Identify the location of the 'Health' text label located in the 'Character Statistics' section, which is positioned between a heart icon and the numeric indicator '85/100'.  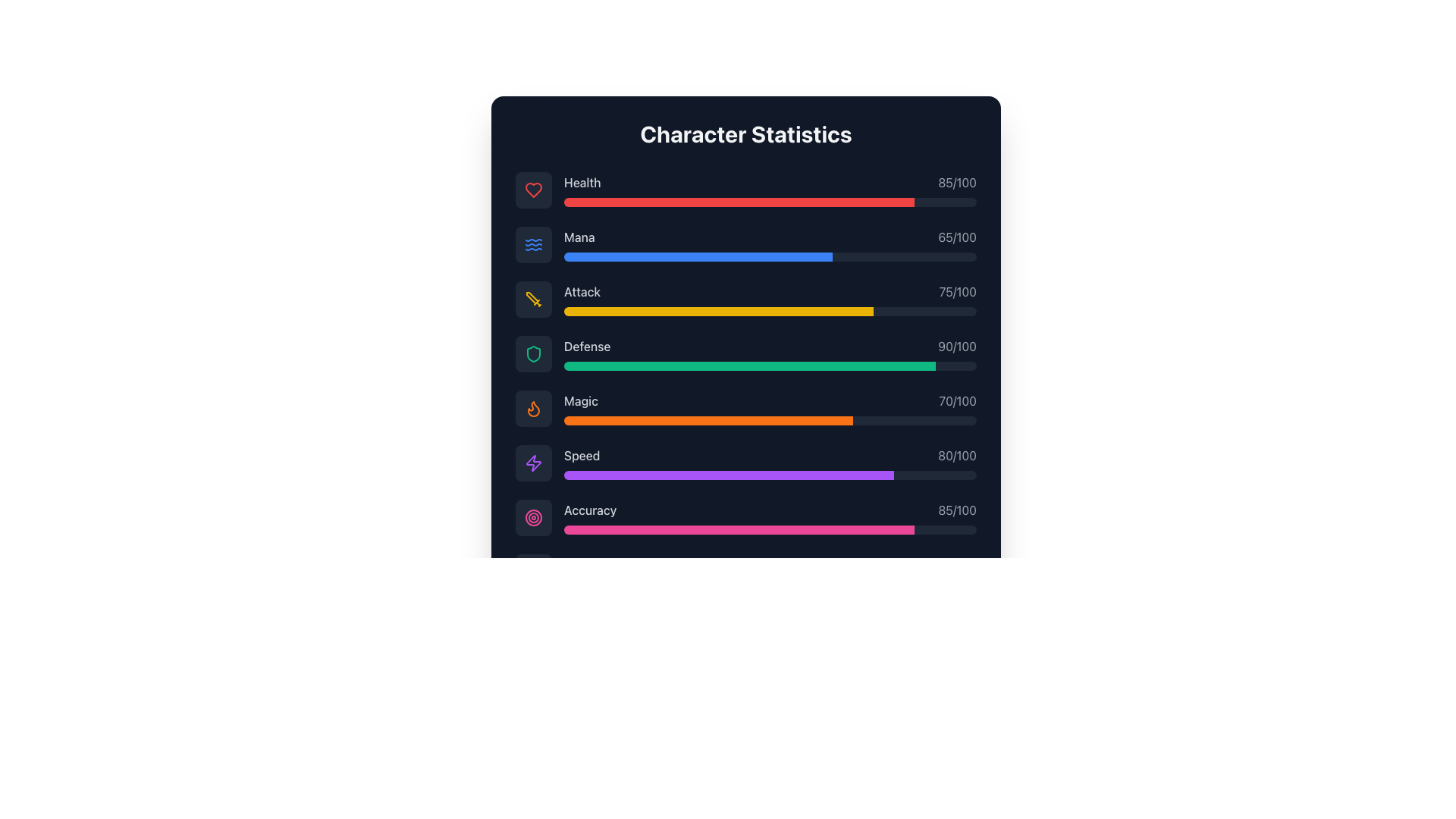
(582, 181).